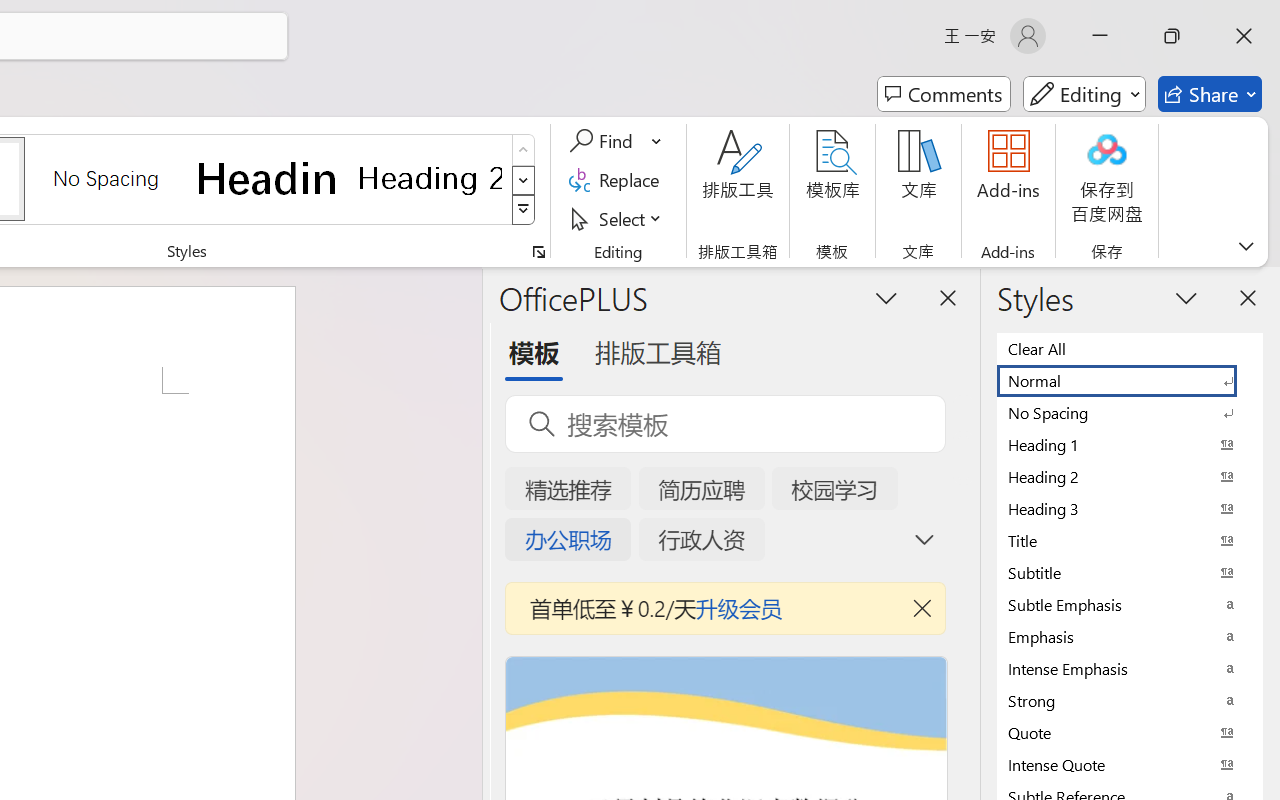  I want to click on 'Class: NetUIImage', so click(524, 210).